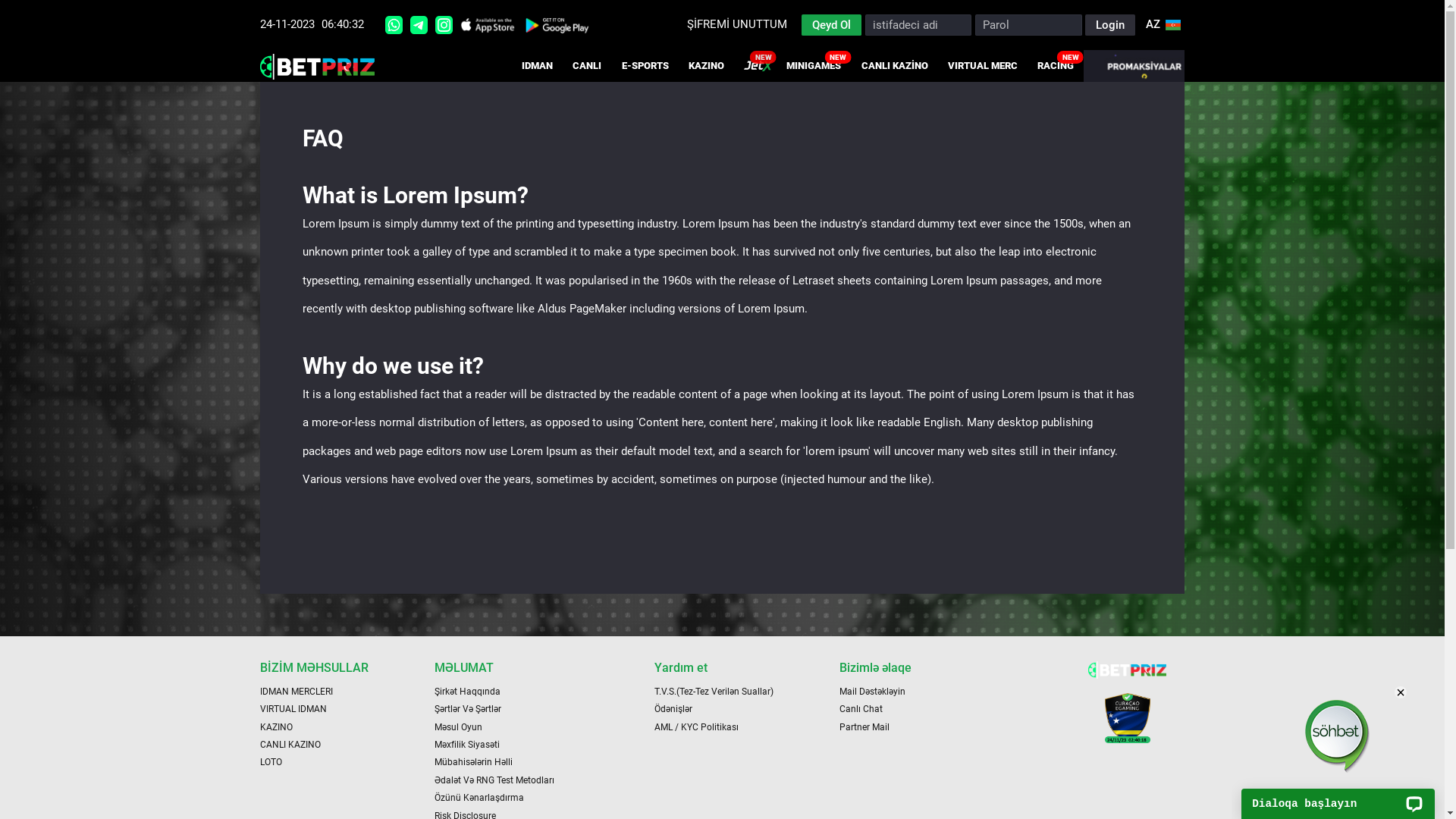 This screenshot has height=819, width=1456. What do you see at coordinates (1084, 25) in the screenshot?
I see `'Login'` at bounding box center [1084, 25].